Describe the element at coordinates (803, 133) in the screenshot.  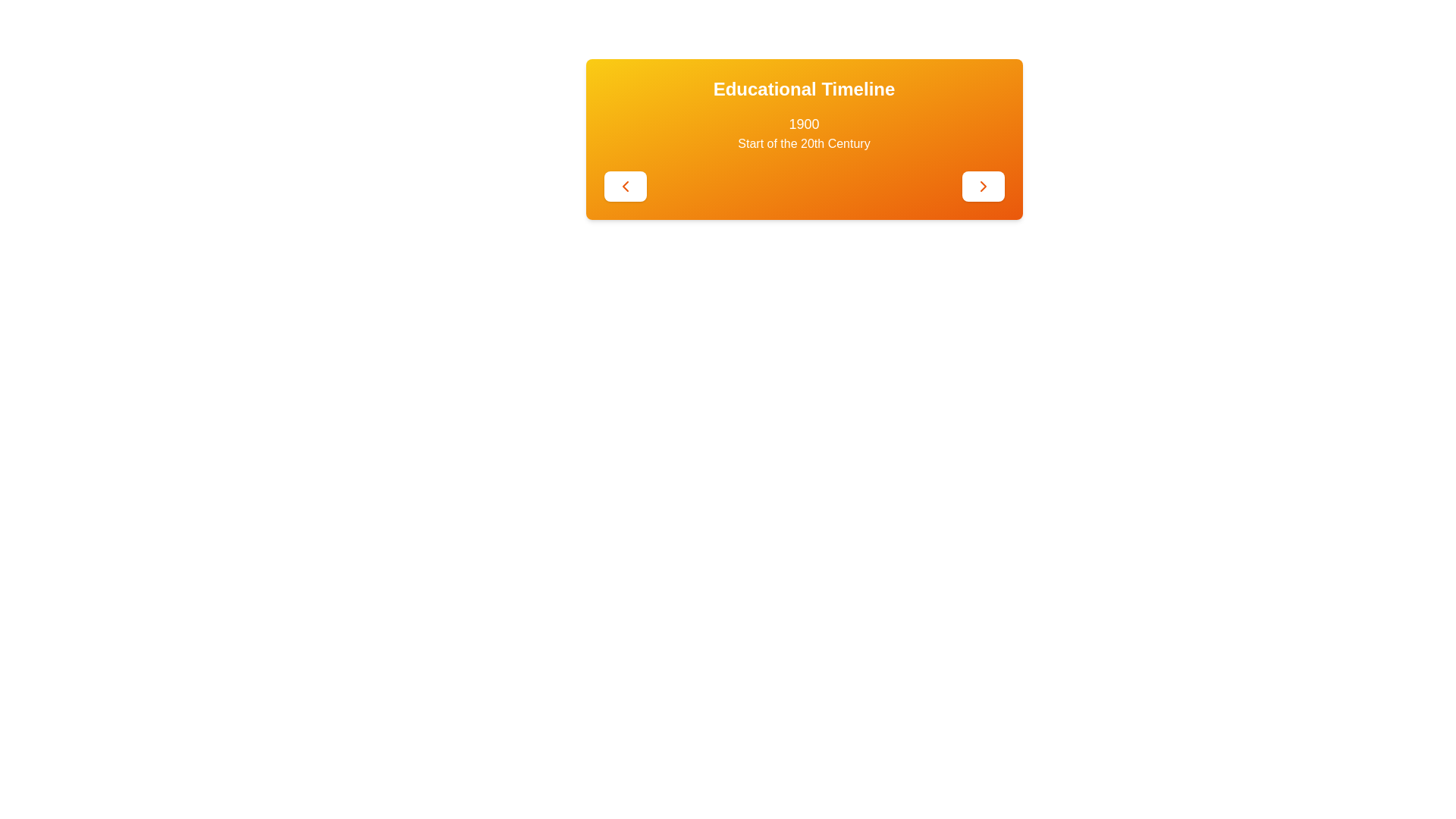
I see `the text label that serves as a heading or descriptor for a specific time period or event in the timeline, located within the center of the orange gradient box` at that location.